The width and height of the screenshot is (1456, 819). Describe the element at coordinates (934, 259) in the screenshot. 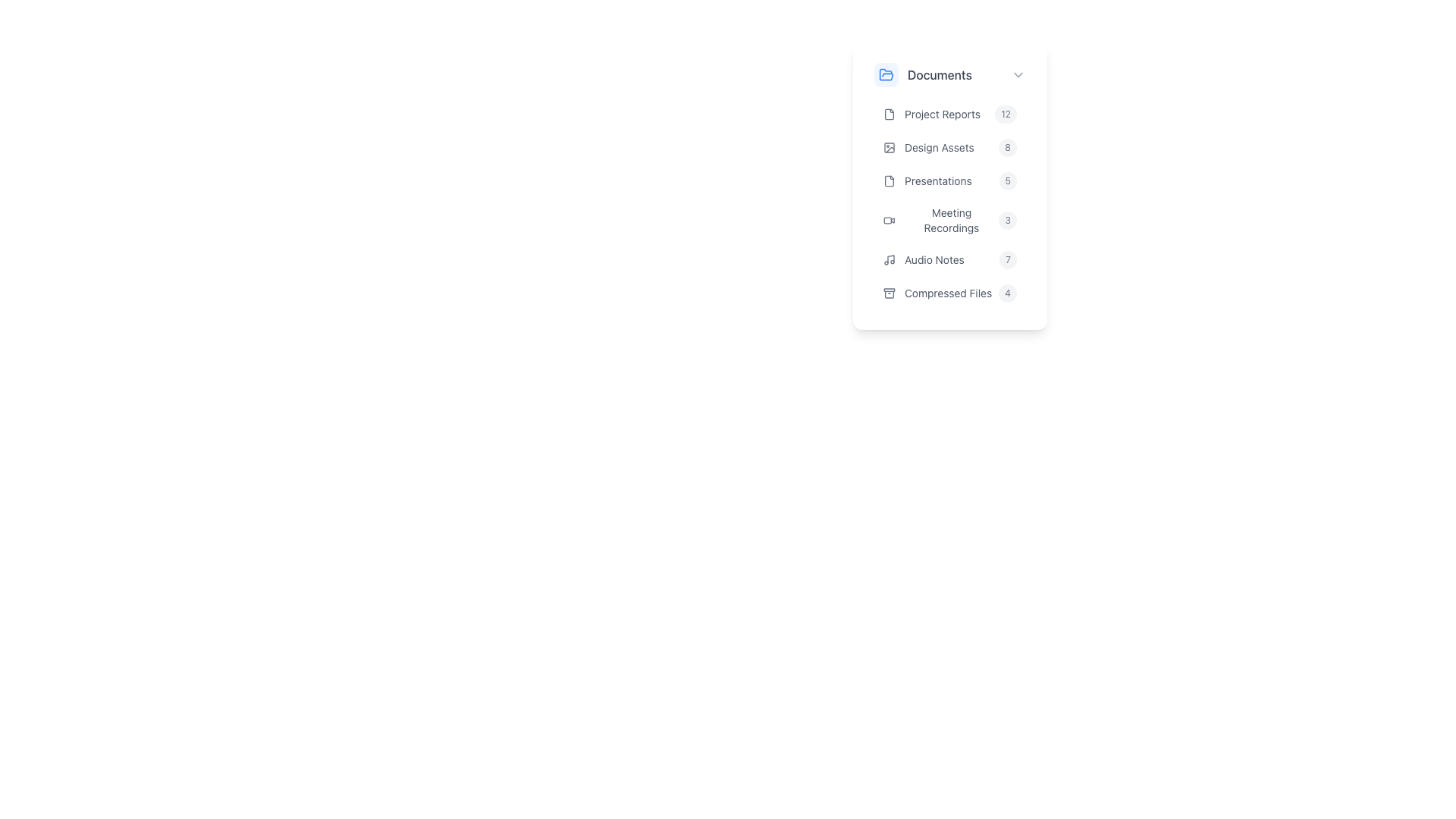

I see `the 'Audio Notes' text label` at that location.